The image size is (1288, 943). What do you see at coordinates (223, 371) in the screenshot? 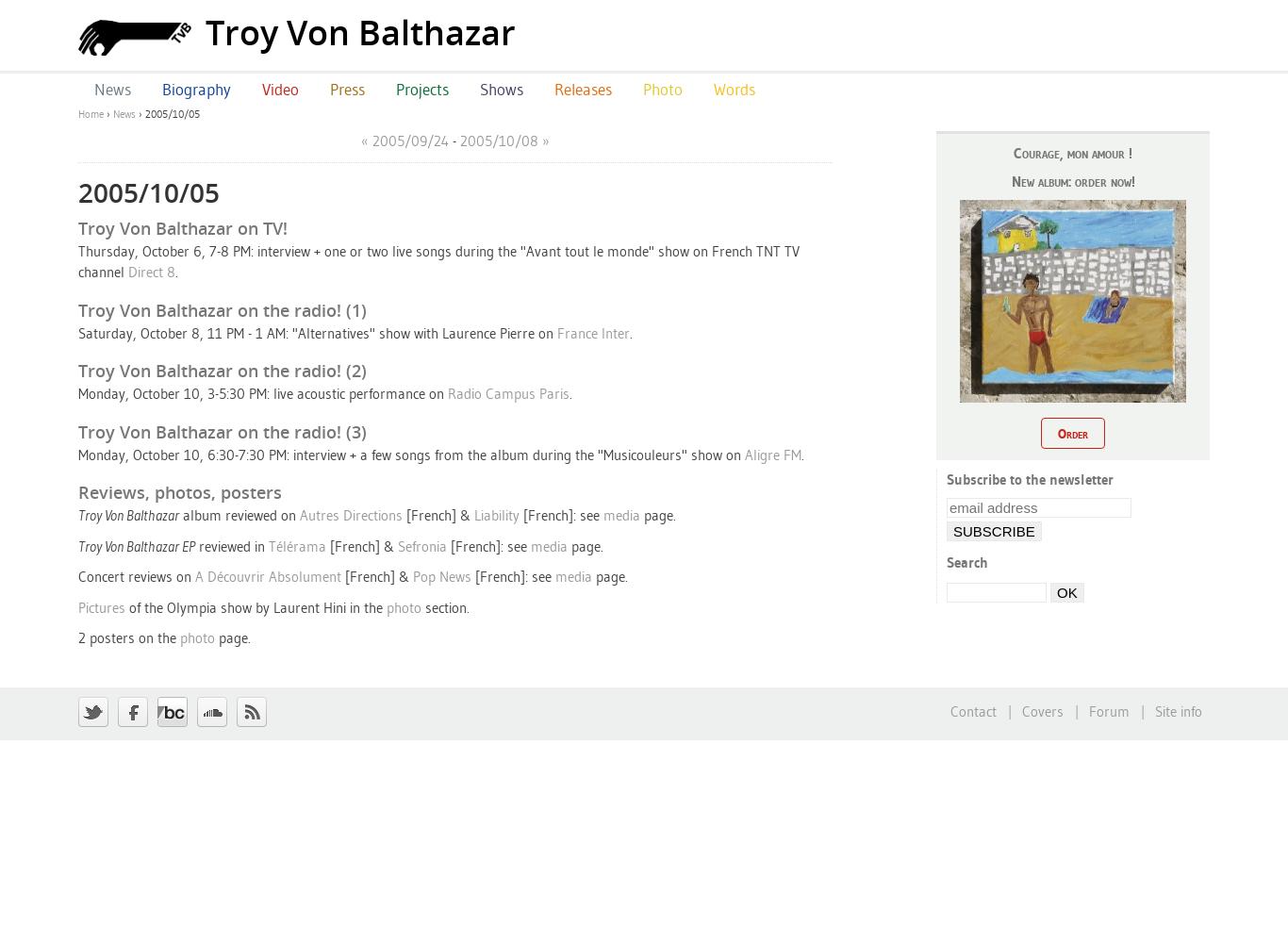
I see `'Troy Von Balthazar on the radio! (2)'` at bounding box center [223, 371].